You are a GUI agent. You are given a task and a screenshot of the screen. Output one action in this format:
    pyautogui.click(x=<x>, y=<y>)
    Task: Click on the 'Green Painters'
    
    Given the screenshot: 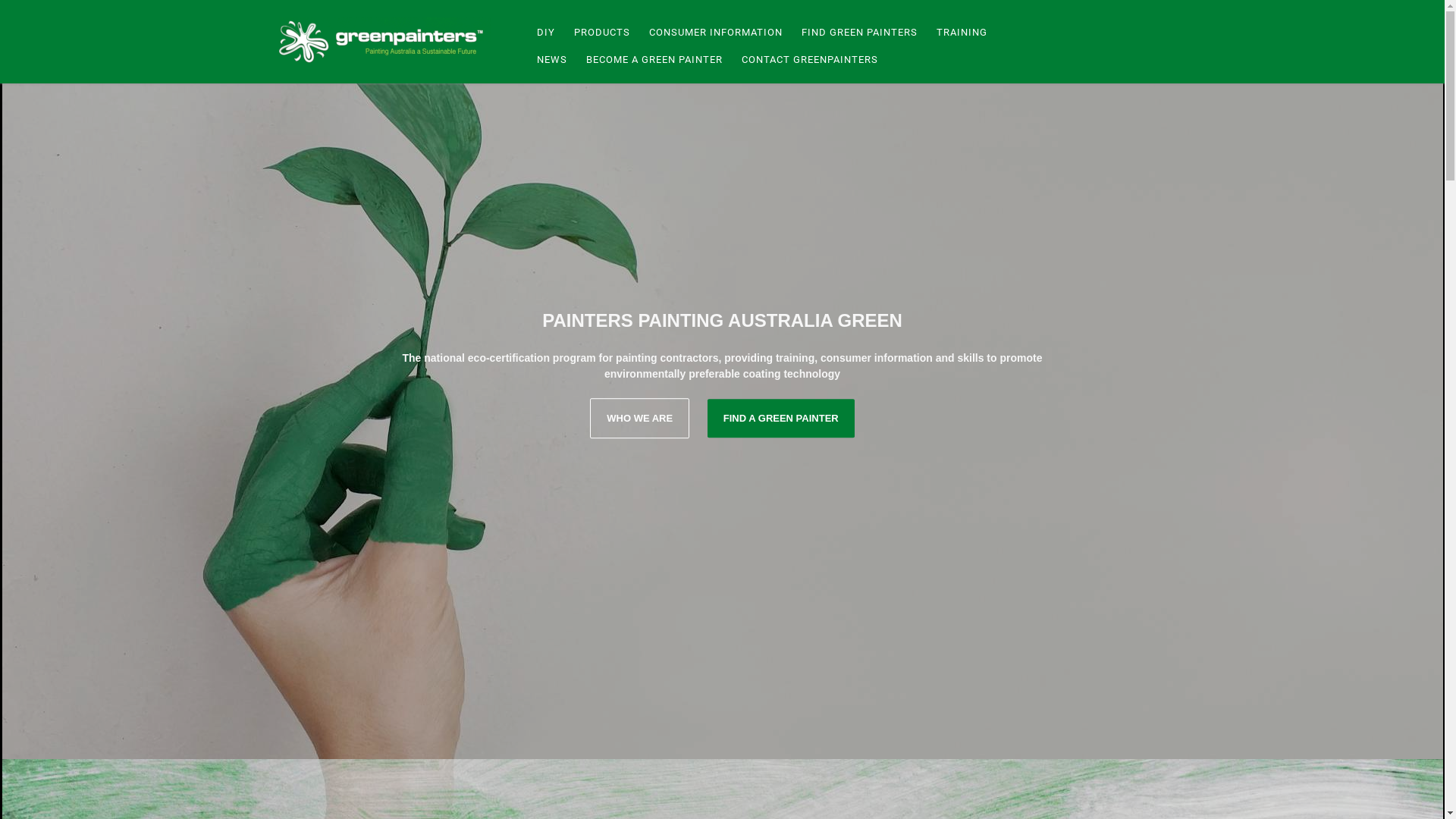 What is the action you would take?
    pyautogui.click(x=385, y=40)
    